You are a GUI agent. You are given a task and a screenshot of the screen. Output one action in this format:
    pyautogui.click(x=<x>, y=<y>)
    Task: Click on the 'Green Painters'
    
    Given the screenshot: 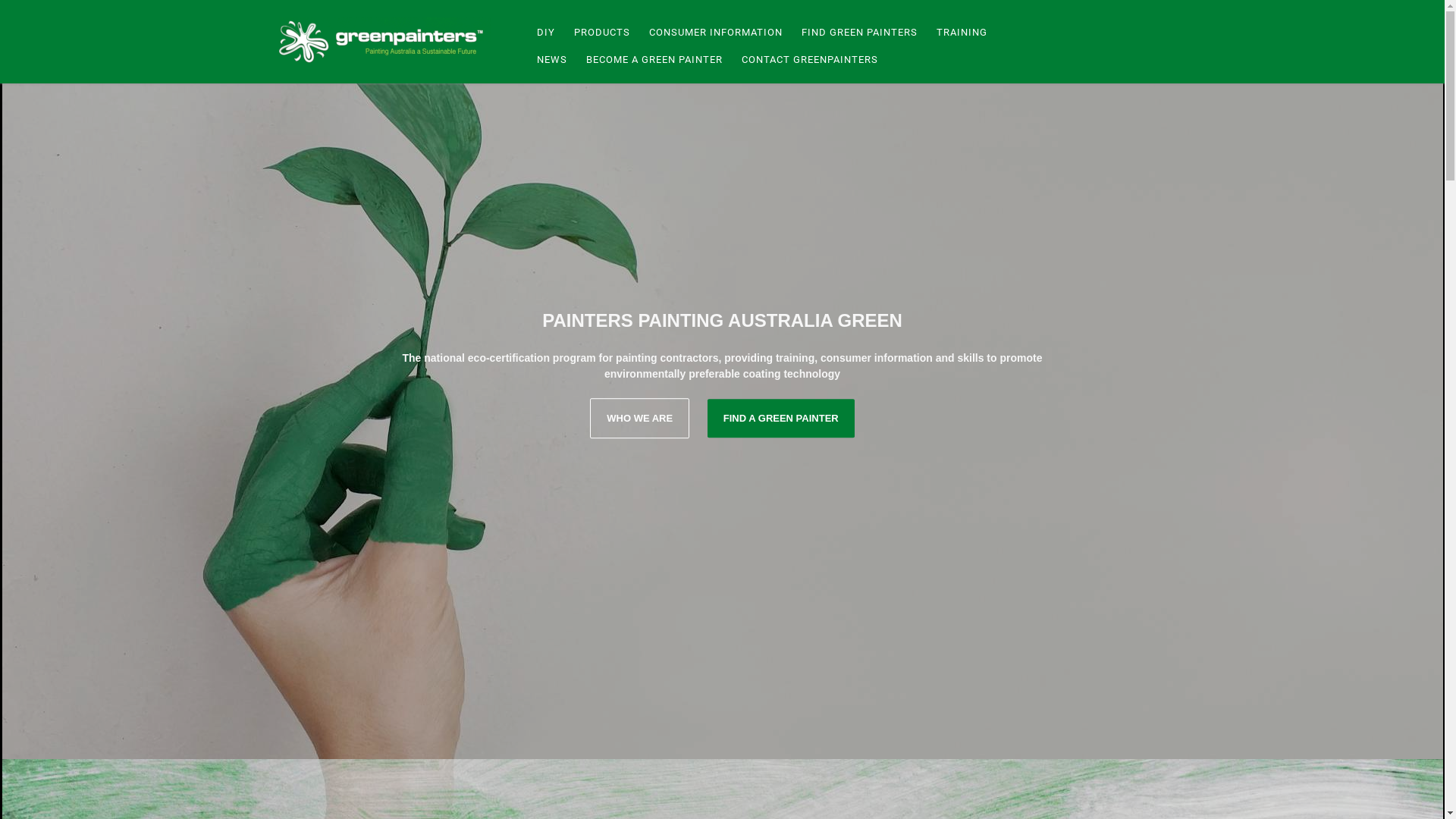 What is the action you would take?
    pyautogui.click(x=385, y=40)
    